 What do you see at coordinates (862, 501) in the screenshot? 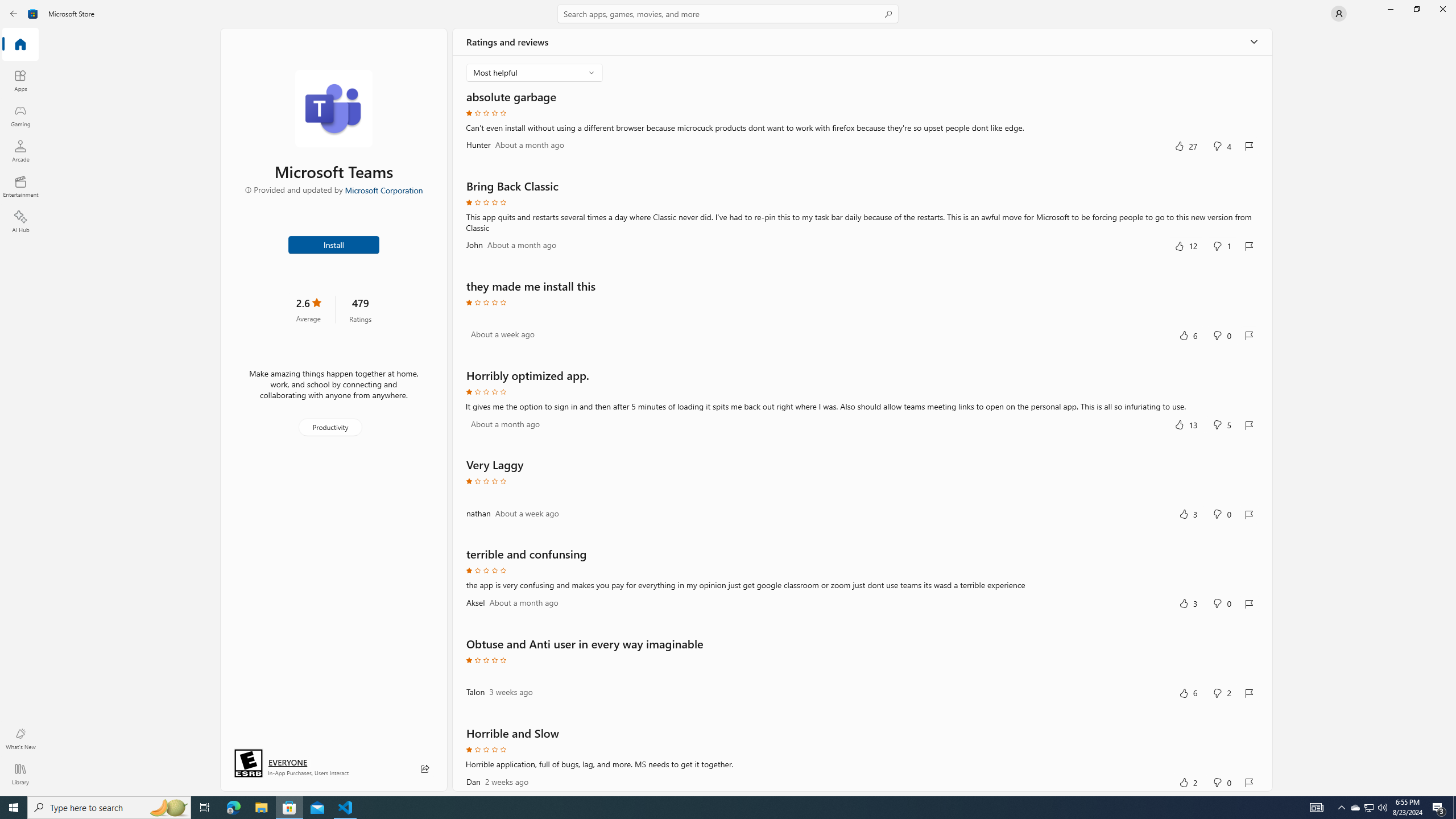
I see `'Review by nathan. Rated 1 out of five stars. Very Laggy.'` at bounding box center [862, 501].